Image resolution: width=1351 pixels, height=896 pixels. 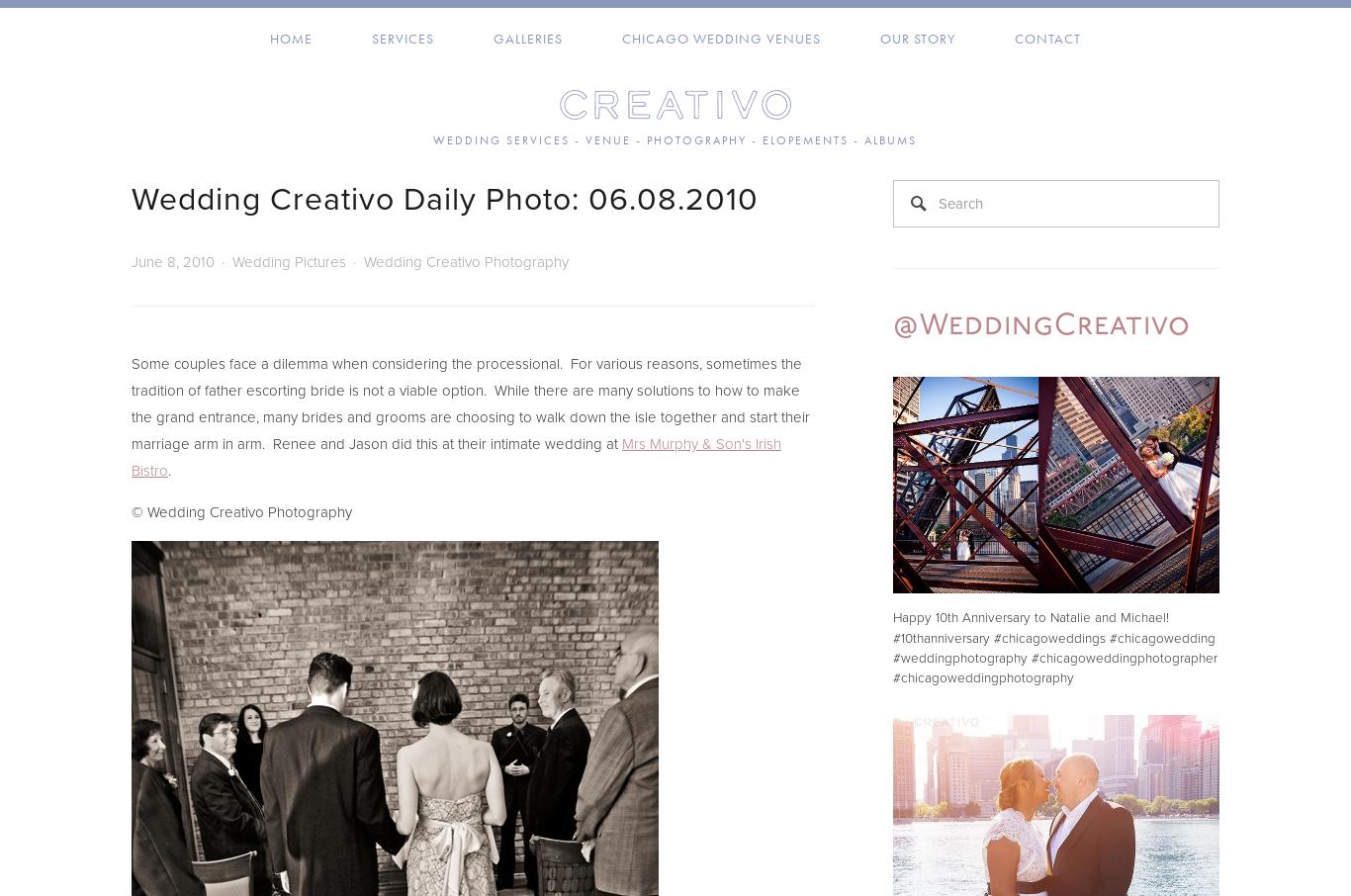 I want to click on 'Mrs Murphy & Son's Irish Bistro', so click(x=455, y=456).